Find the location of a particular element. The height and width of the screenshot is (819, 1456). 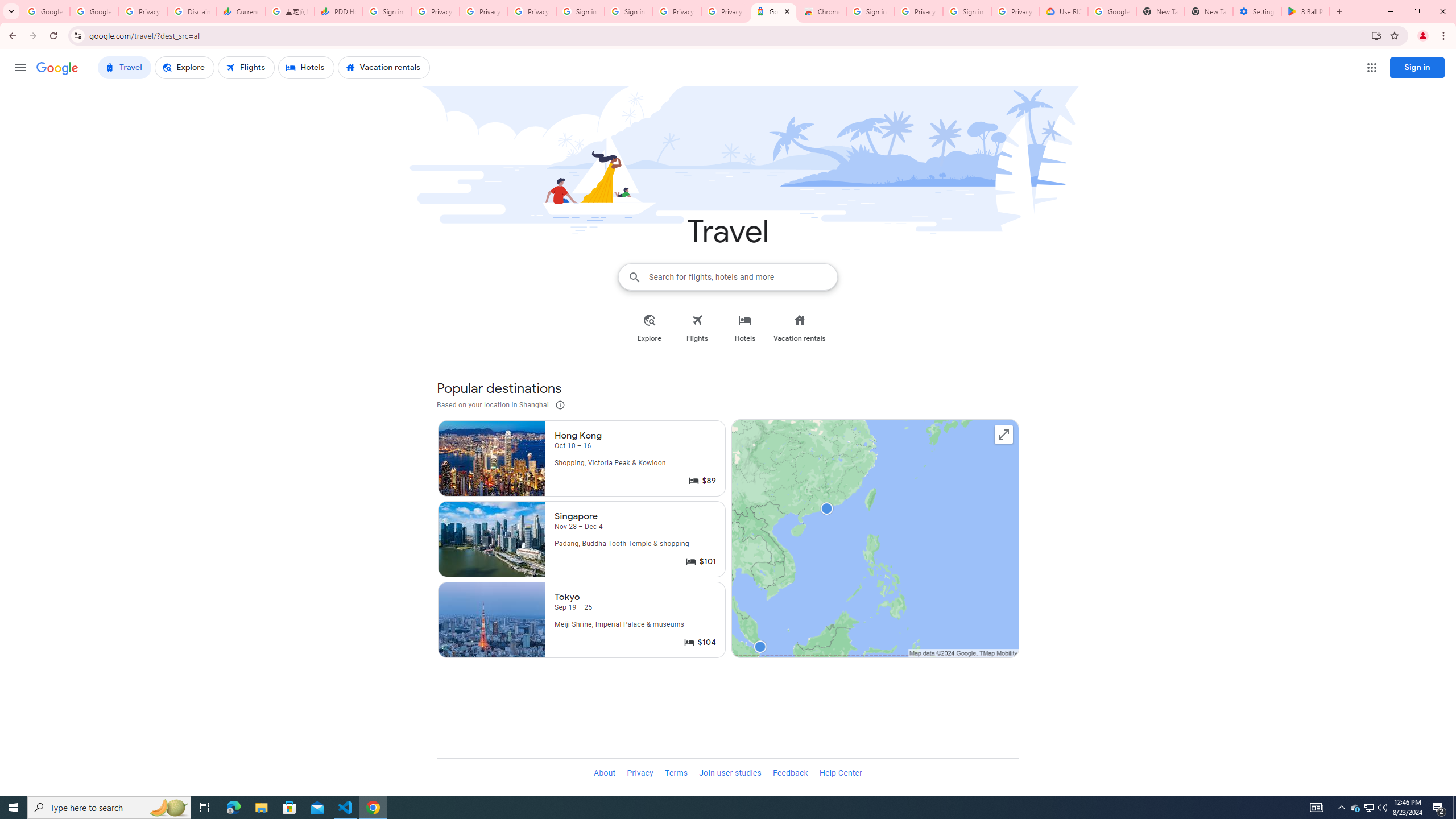

'Help Center' is located at coordinates (840, 773).